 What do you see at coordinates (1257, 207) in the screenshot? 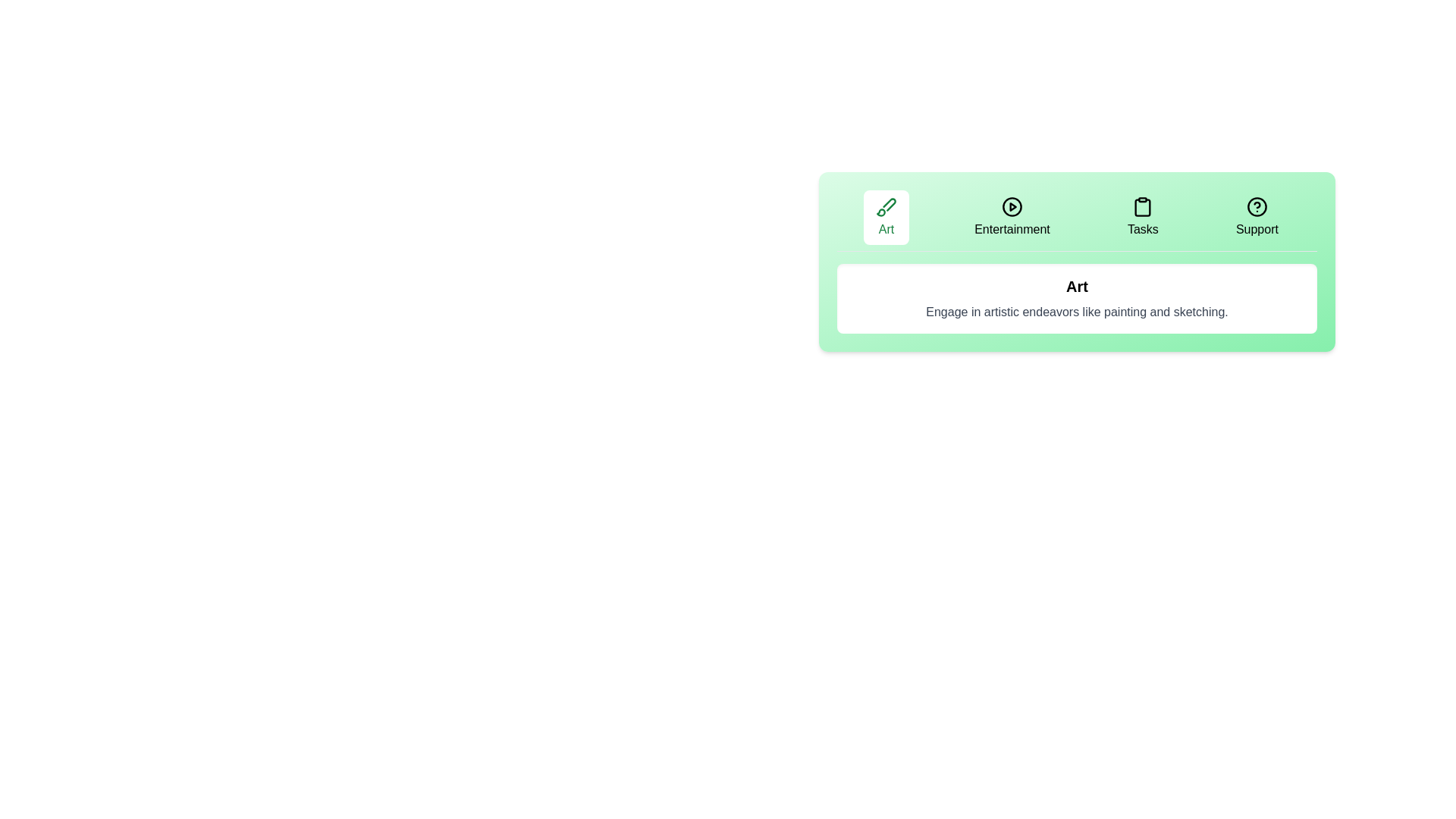
I see `the circular SVG element representing a help feature, which is part of an icon located above the 'Support' label` at bounding box center [1257, 207].